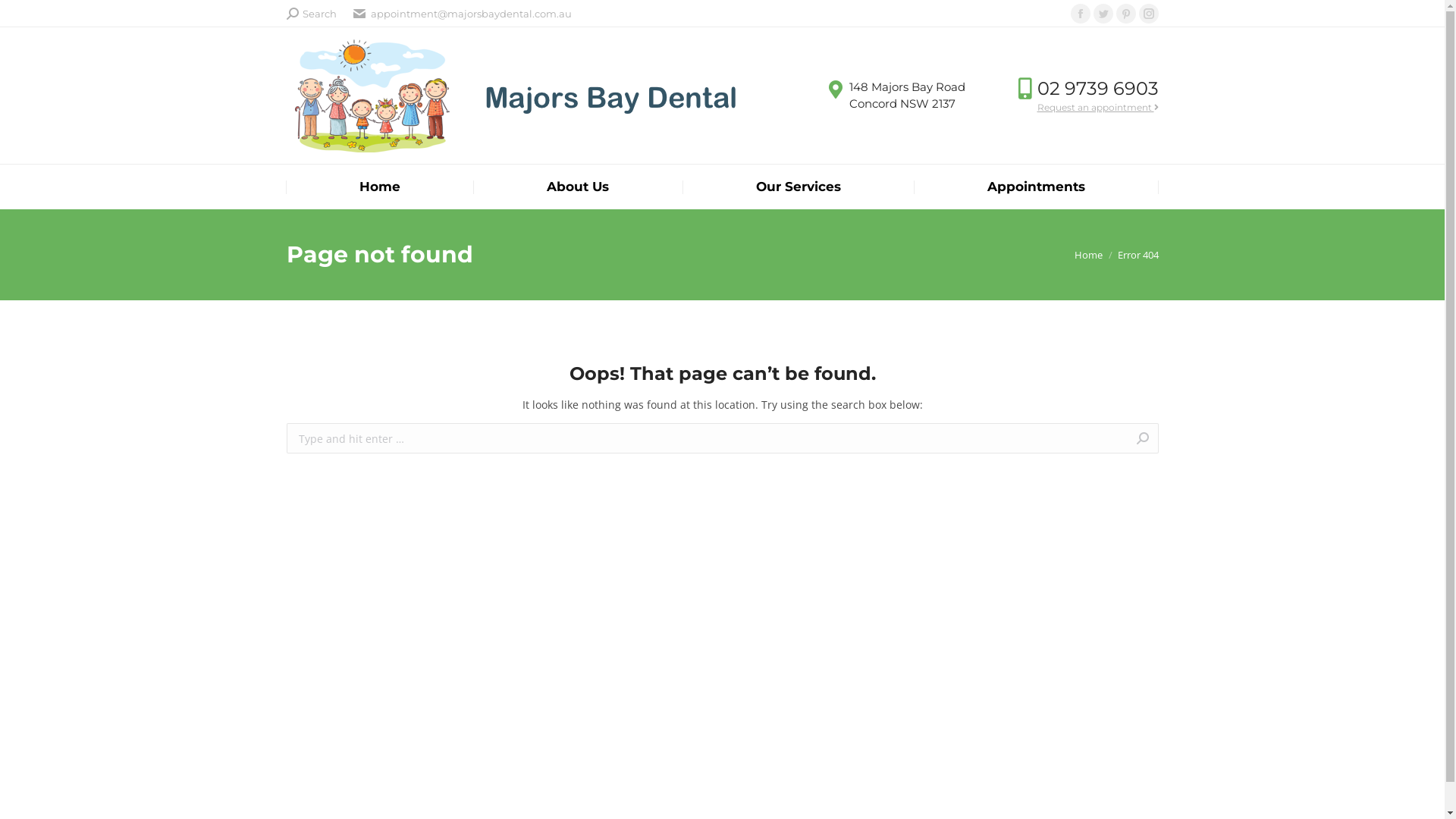 The height and width of the screenshot is (819, 1456). I want to click on 'Our Services', so click(797, 186).